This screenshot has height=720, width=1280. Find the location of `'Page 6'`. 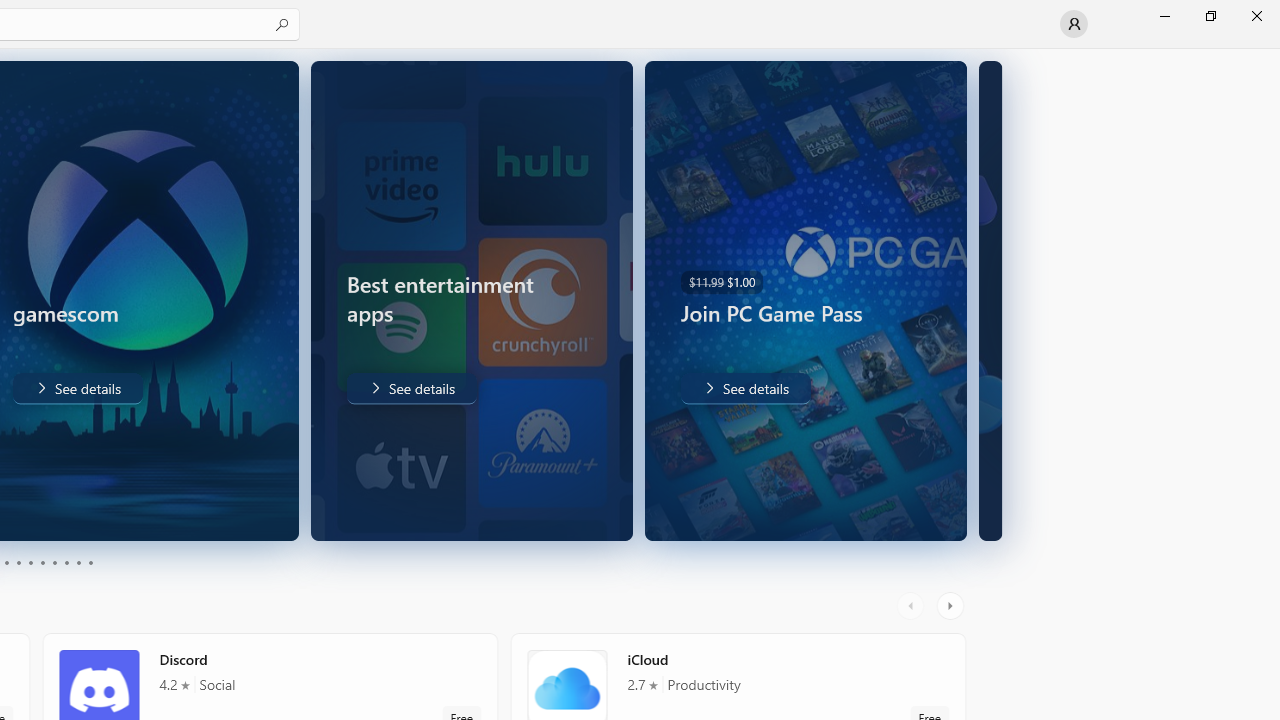

'Page 6' is located at coordinates (42, 563).